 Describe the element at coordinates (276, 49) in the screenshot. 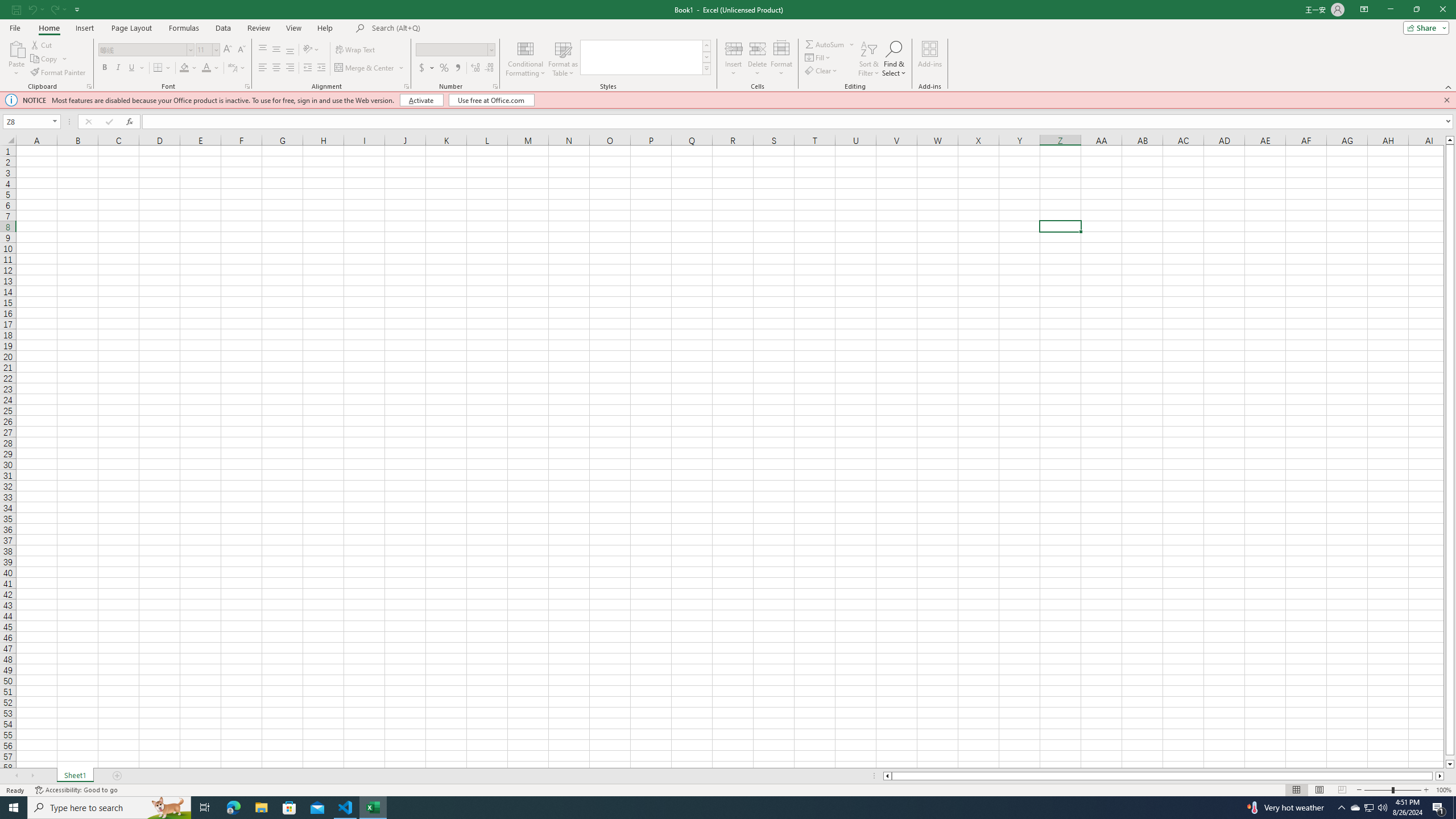

I see `'Middle Align'` at that location.